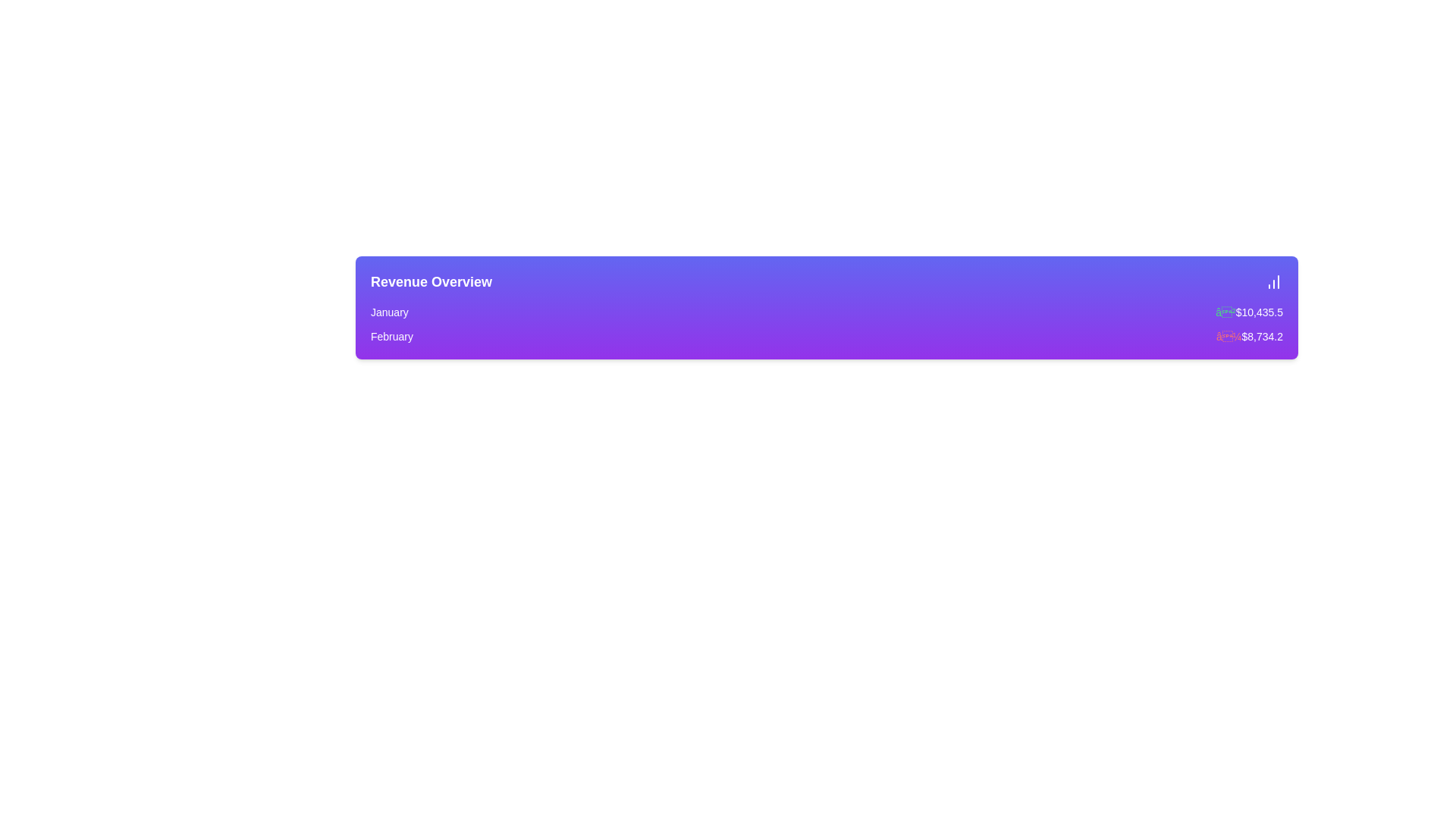 The height and width of the screenshot is (819, 1456). What do you see at coordinates (392, 335) in the screenshot?
I see `the adjacent elements related to the text label 'February' which is positioned below 'January' and to the left of a red icon or text` at bounding box center [392, 335].